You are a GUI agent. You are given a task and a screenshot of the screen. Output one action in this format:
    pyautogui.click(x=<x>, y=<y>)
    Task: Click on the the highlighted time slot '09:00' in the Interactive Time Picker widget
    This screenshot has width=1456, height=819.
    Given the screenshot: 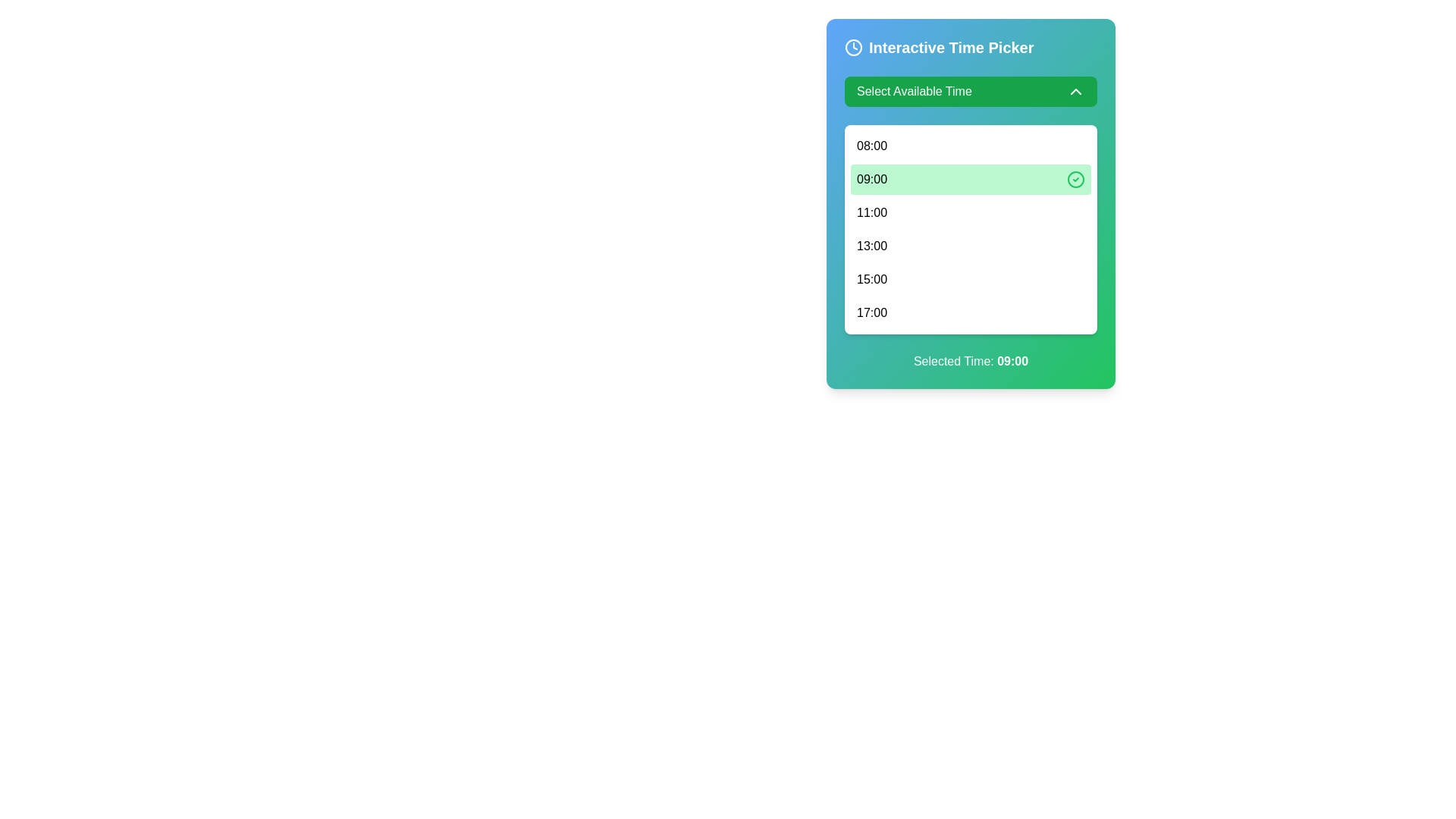 What is the action you would take?
    pyautogui.click(x=971, y=203)
    